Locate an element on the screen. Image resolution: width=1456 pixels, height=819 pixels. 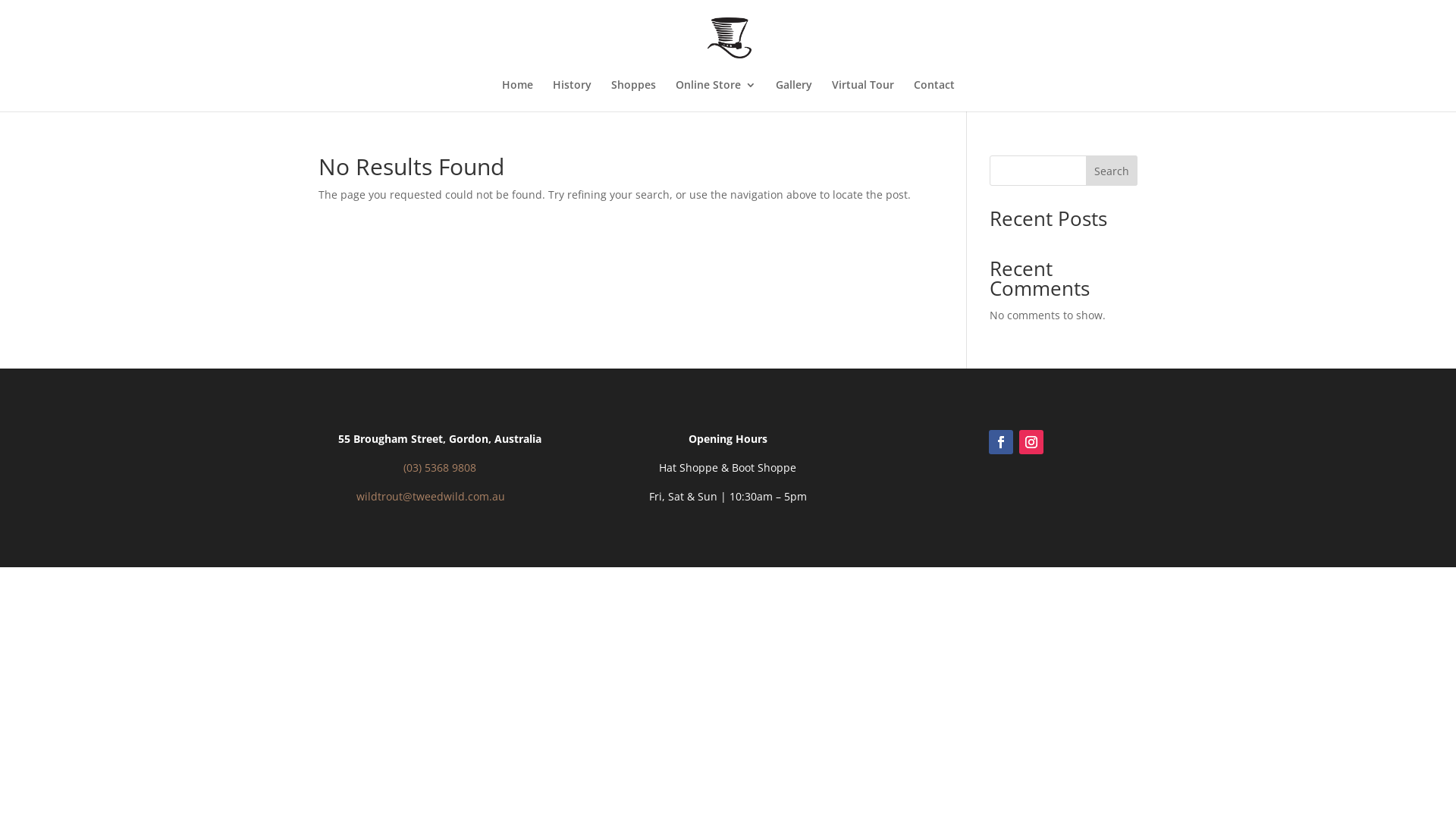
'History' is located at coordinates (570, 96).